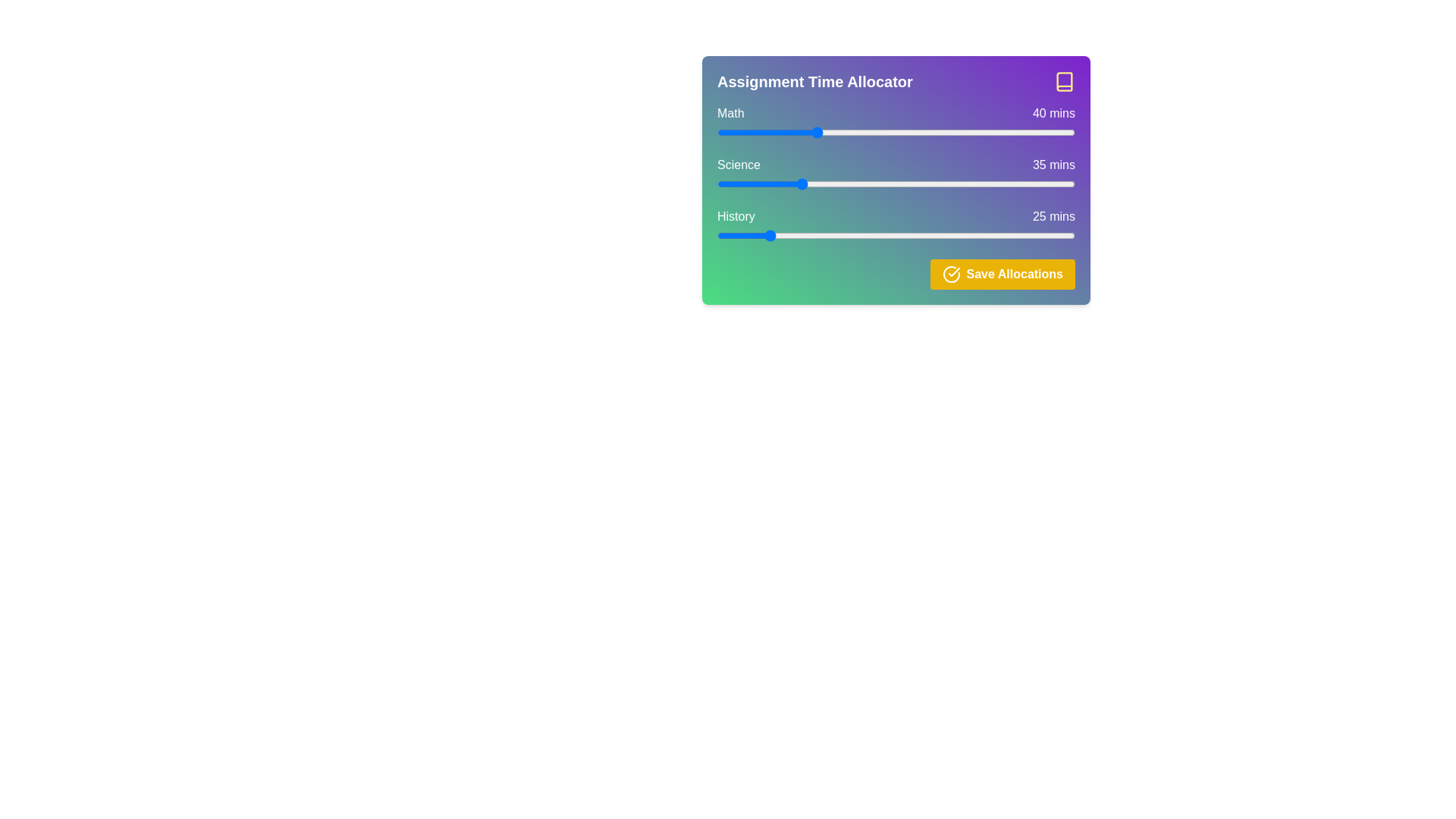 Image resolution: width=1456 pixels, height=819 pixels. I want to click on allocation time, so click(909, 184).